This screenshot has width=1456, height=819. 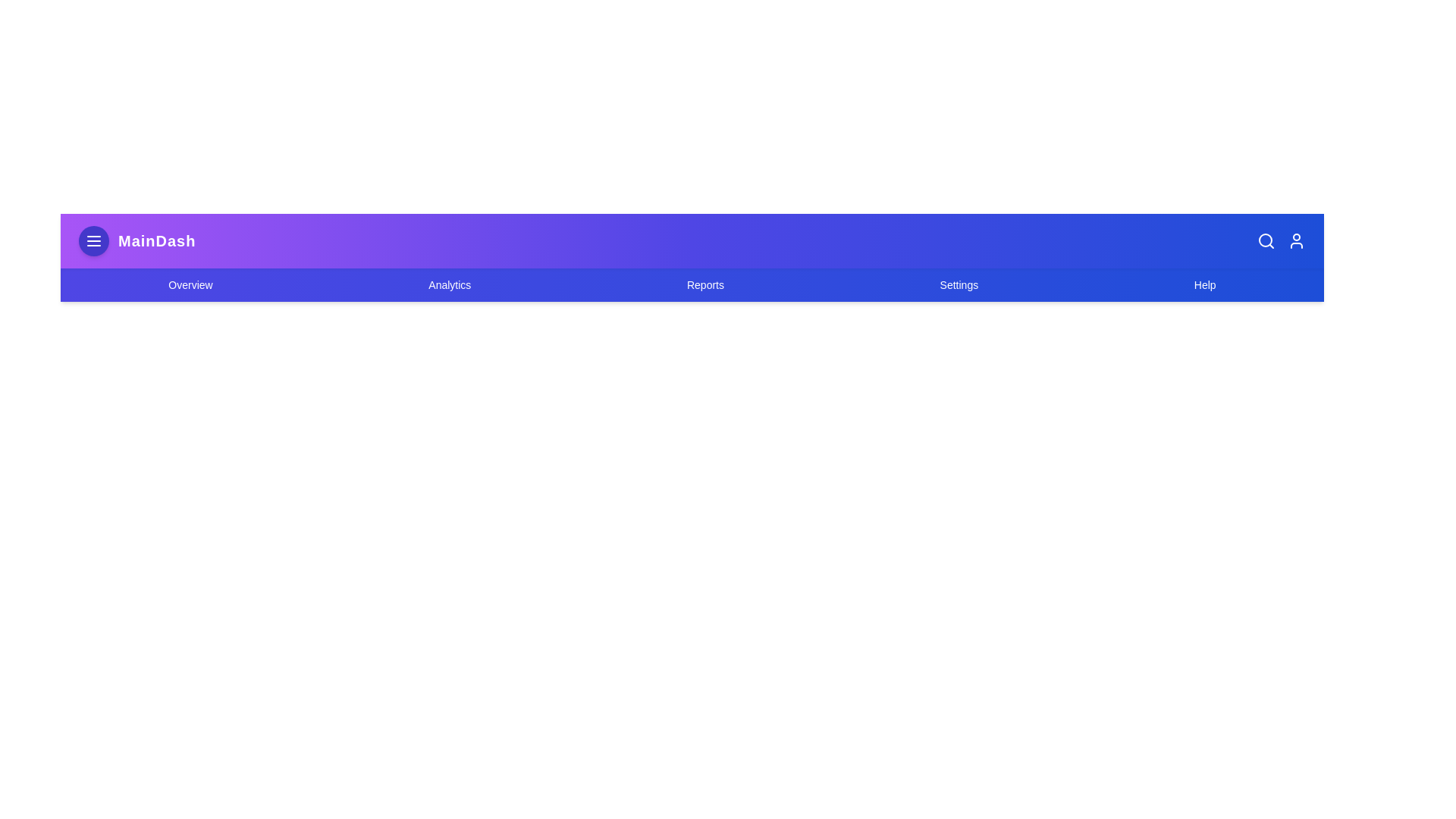 What do you see at coordinates (449, 284) in the screenshot?
I see `the navigation link Analytics to navigate to its respective section` at bounding box center [449, 284].